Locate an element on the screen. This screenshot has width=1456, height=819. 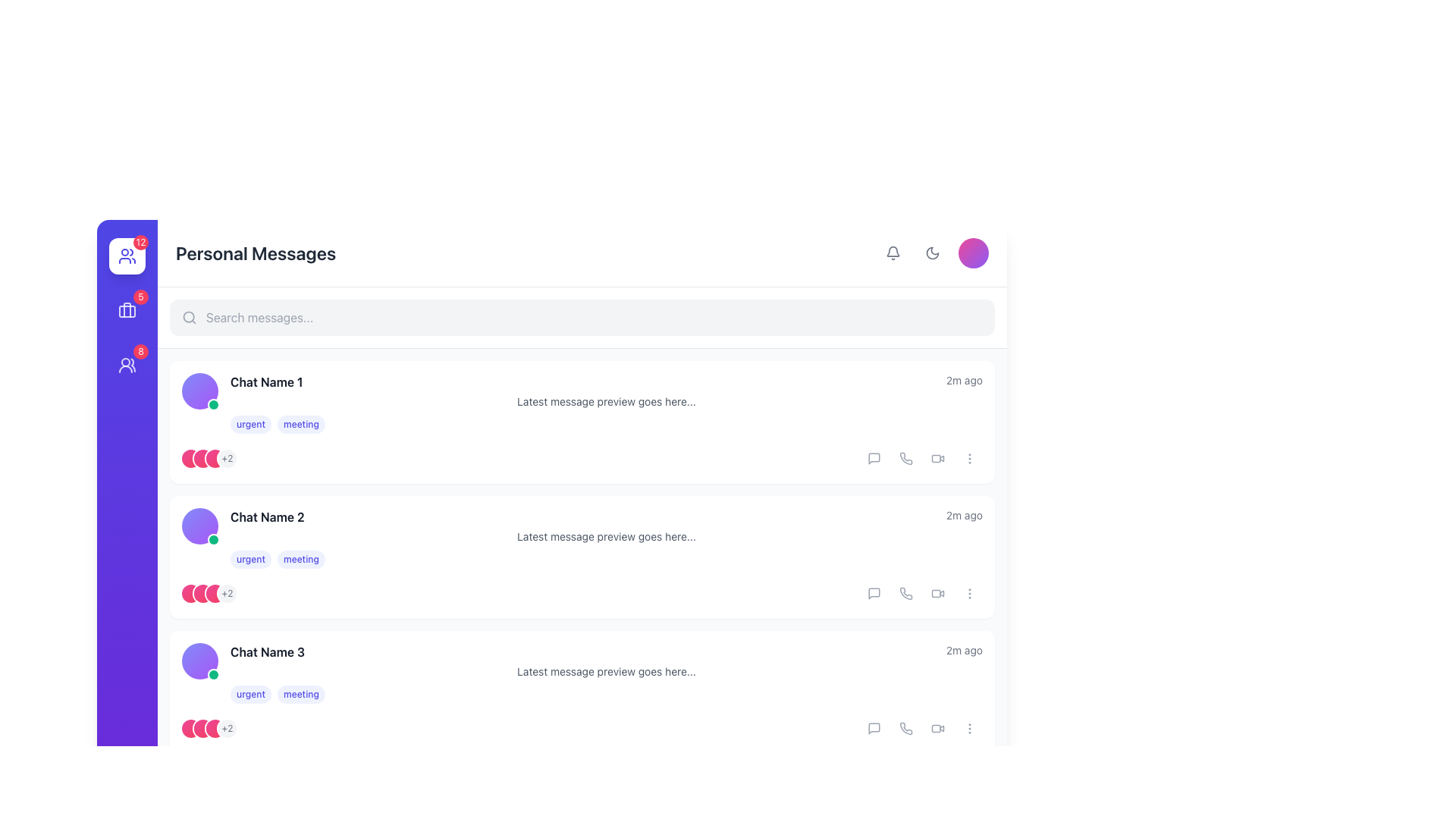
the inner large rectangular shape of the briefcase icon, which is the second icon in the vertical navigation bar on the left side of the interface is located at coordinates (127, 311).